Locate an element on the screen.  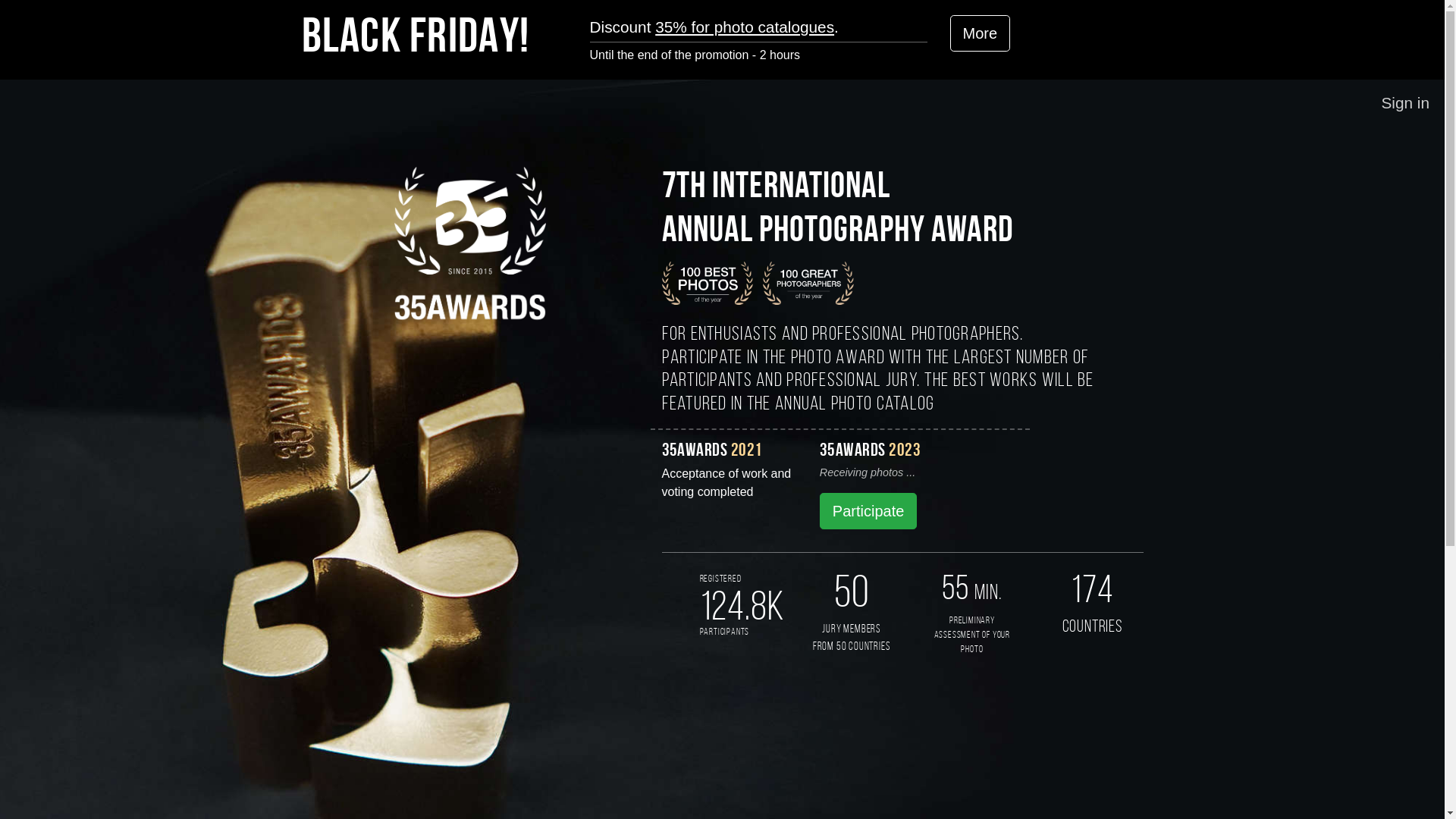
'35% for photo catalogues' is located at coordinates (745, 27).